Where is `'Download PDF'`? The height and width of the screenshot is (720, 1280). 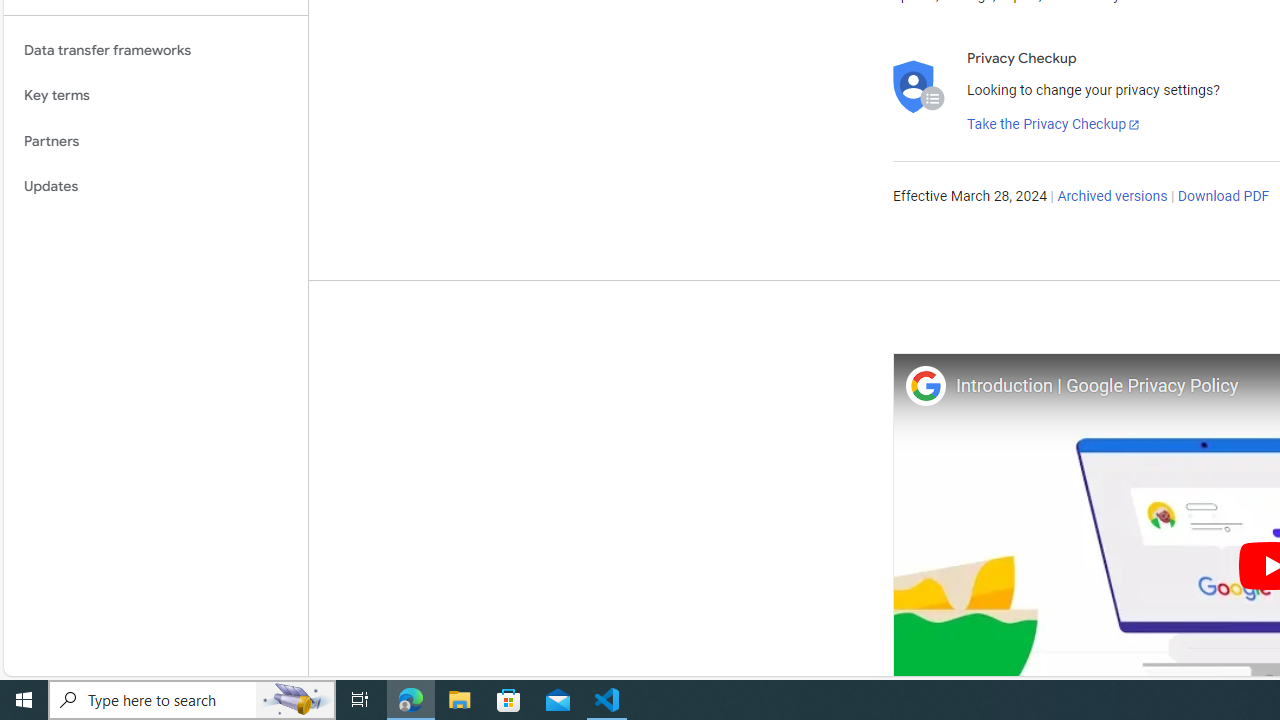
'Download PDF' is located at coordinates (1222, 196).